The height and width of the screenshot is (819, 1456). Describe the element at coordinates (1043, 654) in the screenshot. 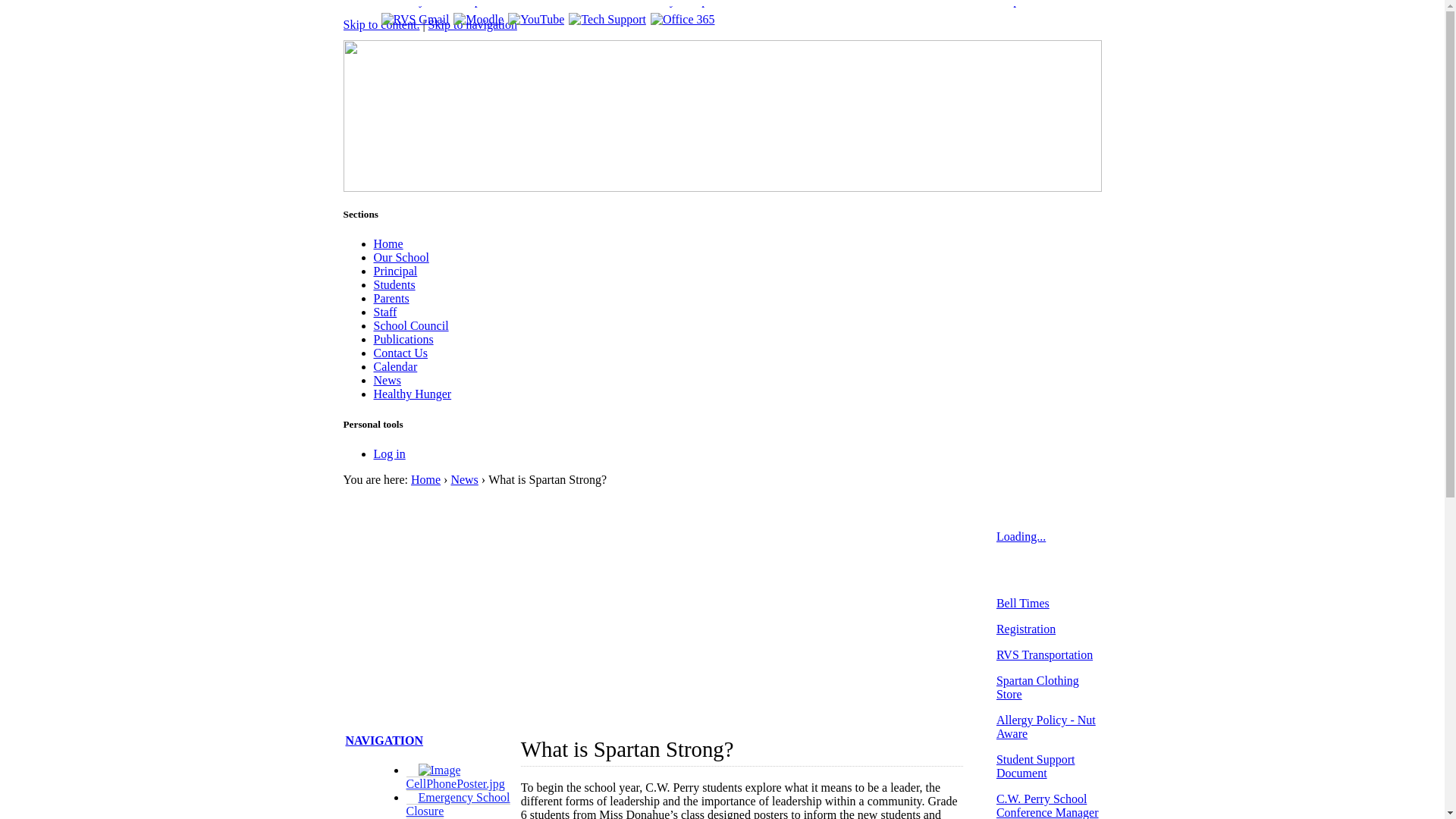

I see `'RVS Transportation'` at that location.